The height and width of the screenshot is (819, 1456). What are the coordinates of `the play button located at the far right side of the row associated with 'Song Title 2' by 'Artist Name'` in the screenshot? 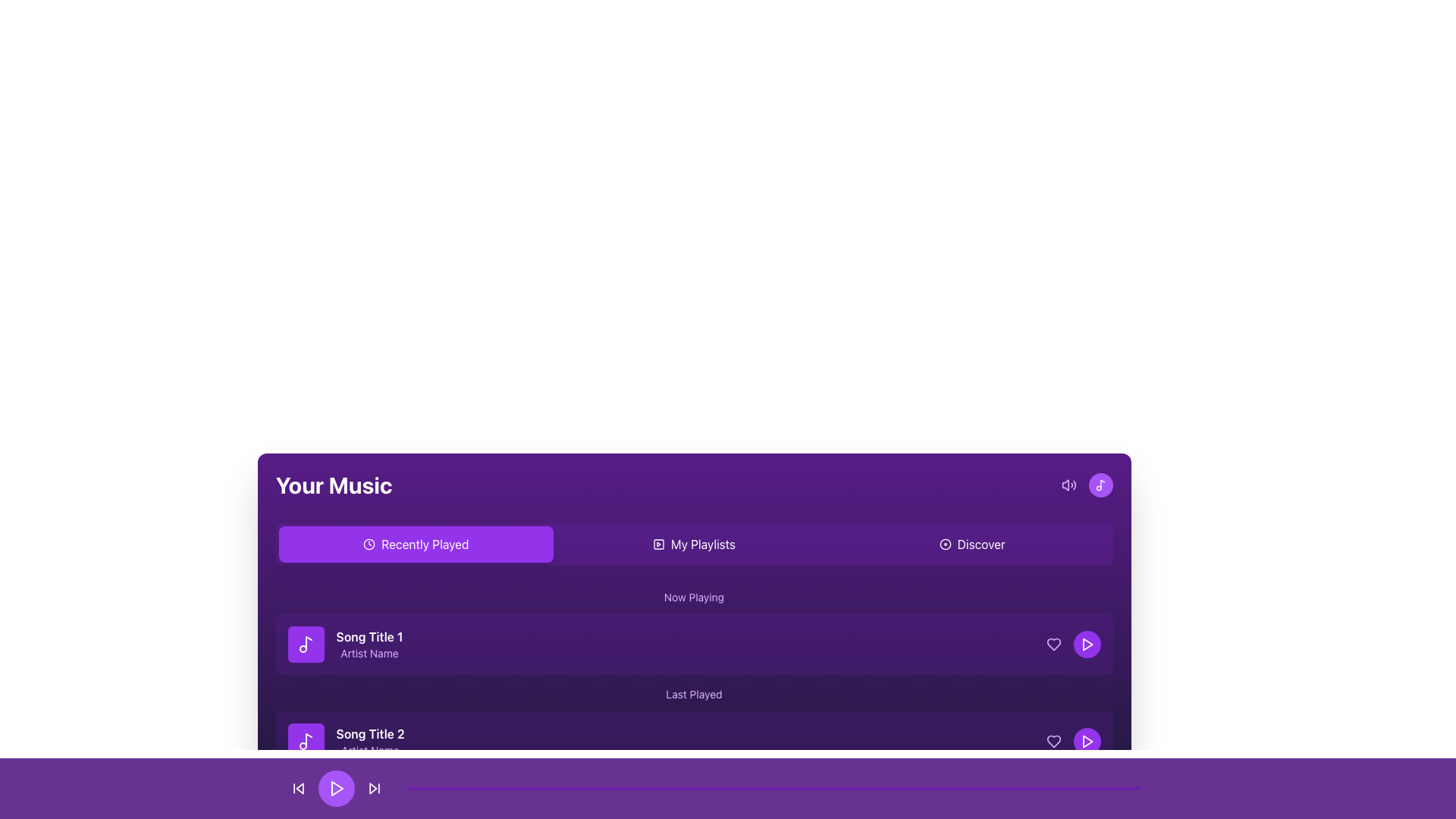 It's located at (1072, 741).